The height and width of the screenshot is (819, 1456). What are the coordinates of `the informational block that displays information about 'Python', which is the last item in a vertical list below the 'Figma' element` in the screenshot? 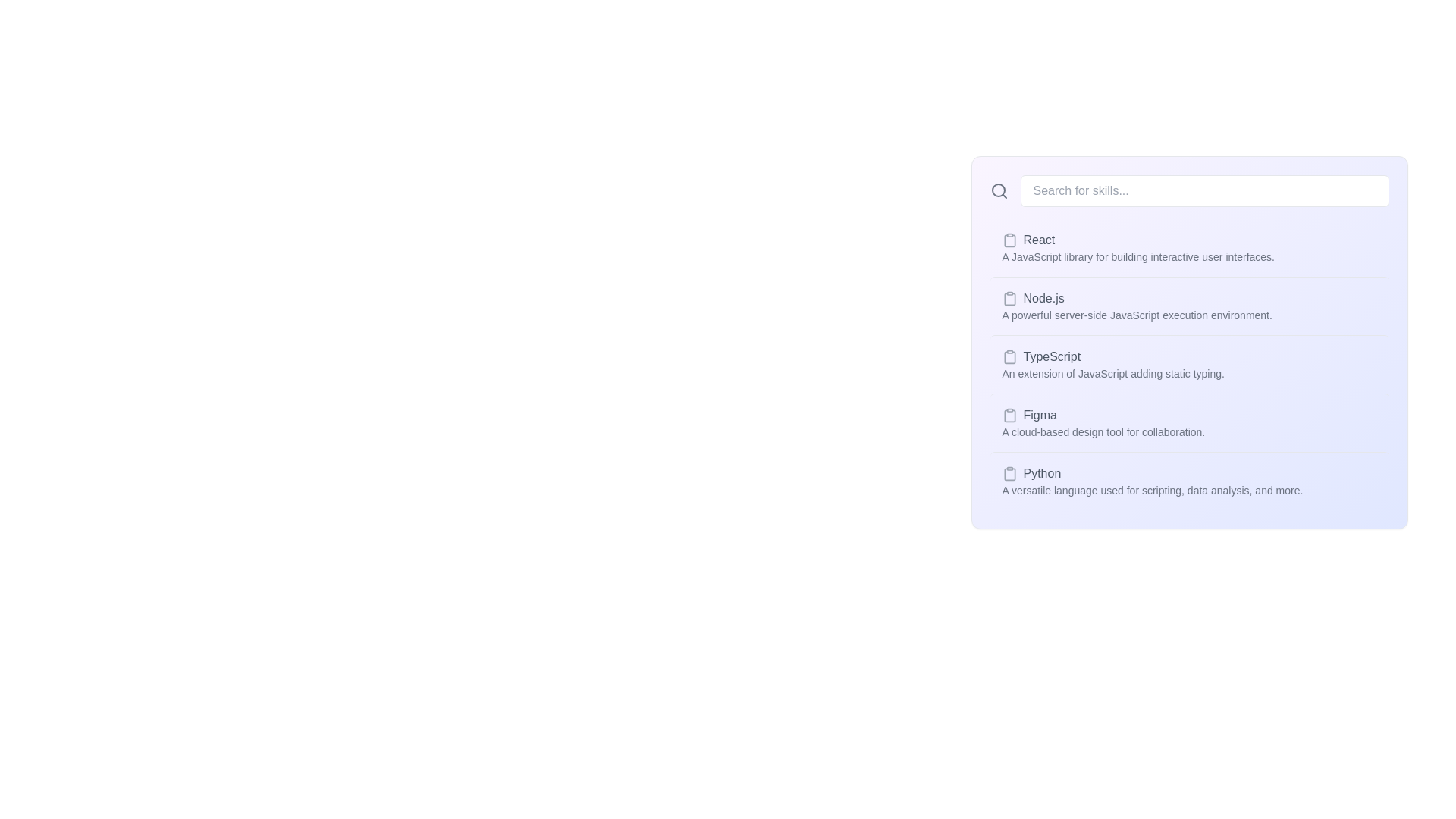 It's located at (1152, 482).